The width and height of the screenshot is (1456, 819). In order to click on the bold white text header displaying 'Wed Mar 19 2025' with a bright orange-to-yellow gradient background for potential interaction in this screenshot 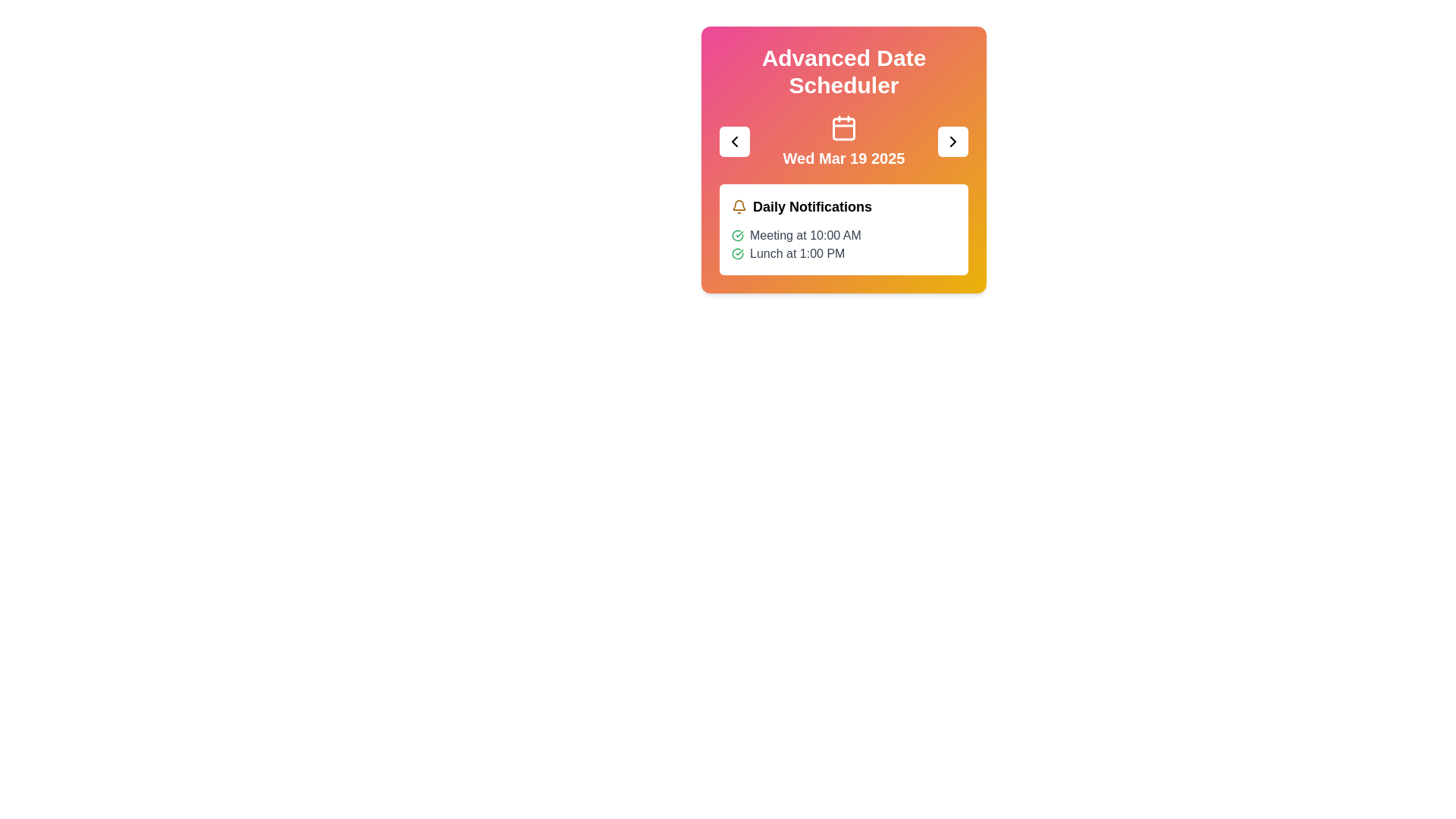, I will do `click(843, 158)`.